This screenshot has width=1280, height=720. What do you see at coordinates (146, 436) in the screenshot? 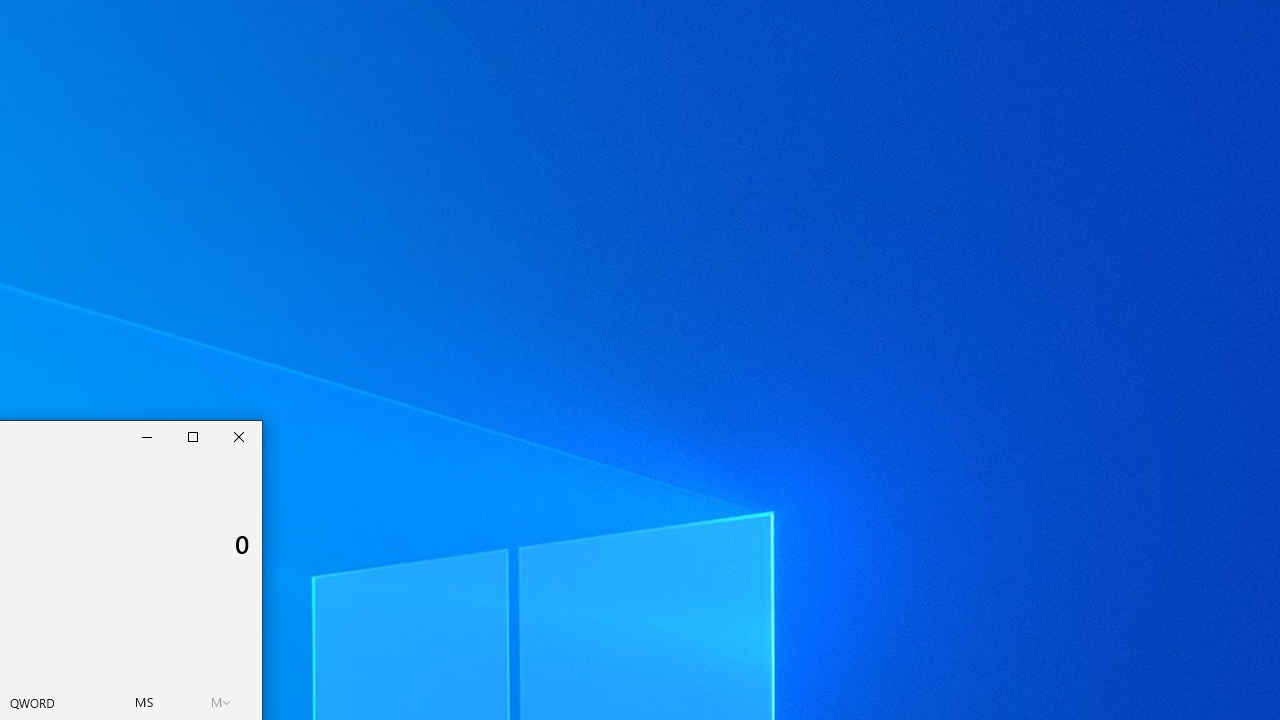
I see `'Minimize Calculator'` at bounding box center [146, 436].